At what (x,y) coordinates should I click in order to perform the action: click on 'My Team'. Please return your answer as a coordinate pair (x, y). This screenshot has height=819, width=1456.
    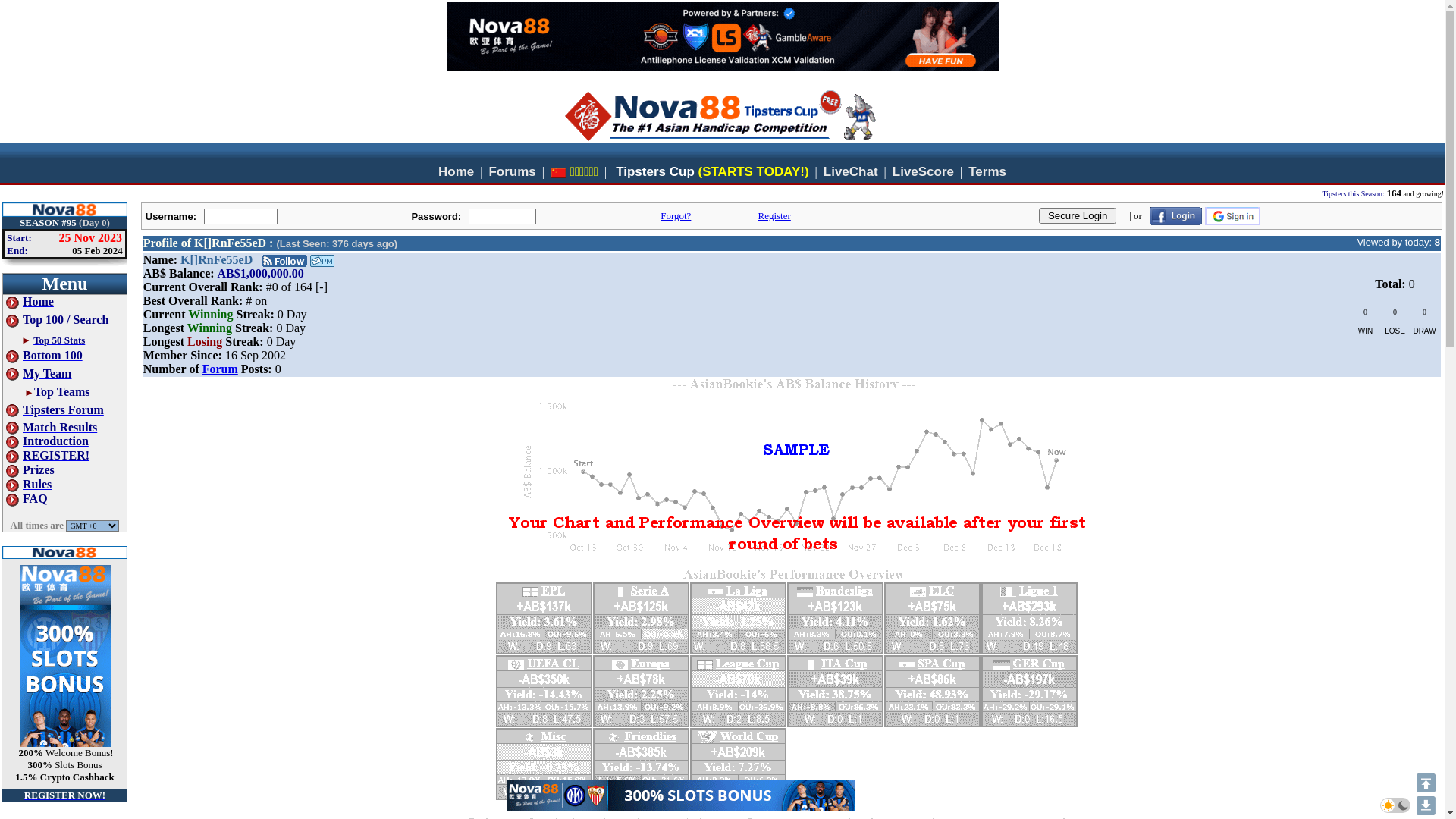
    Looking at the image, I should click on (39, 373).